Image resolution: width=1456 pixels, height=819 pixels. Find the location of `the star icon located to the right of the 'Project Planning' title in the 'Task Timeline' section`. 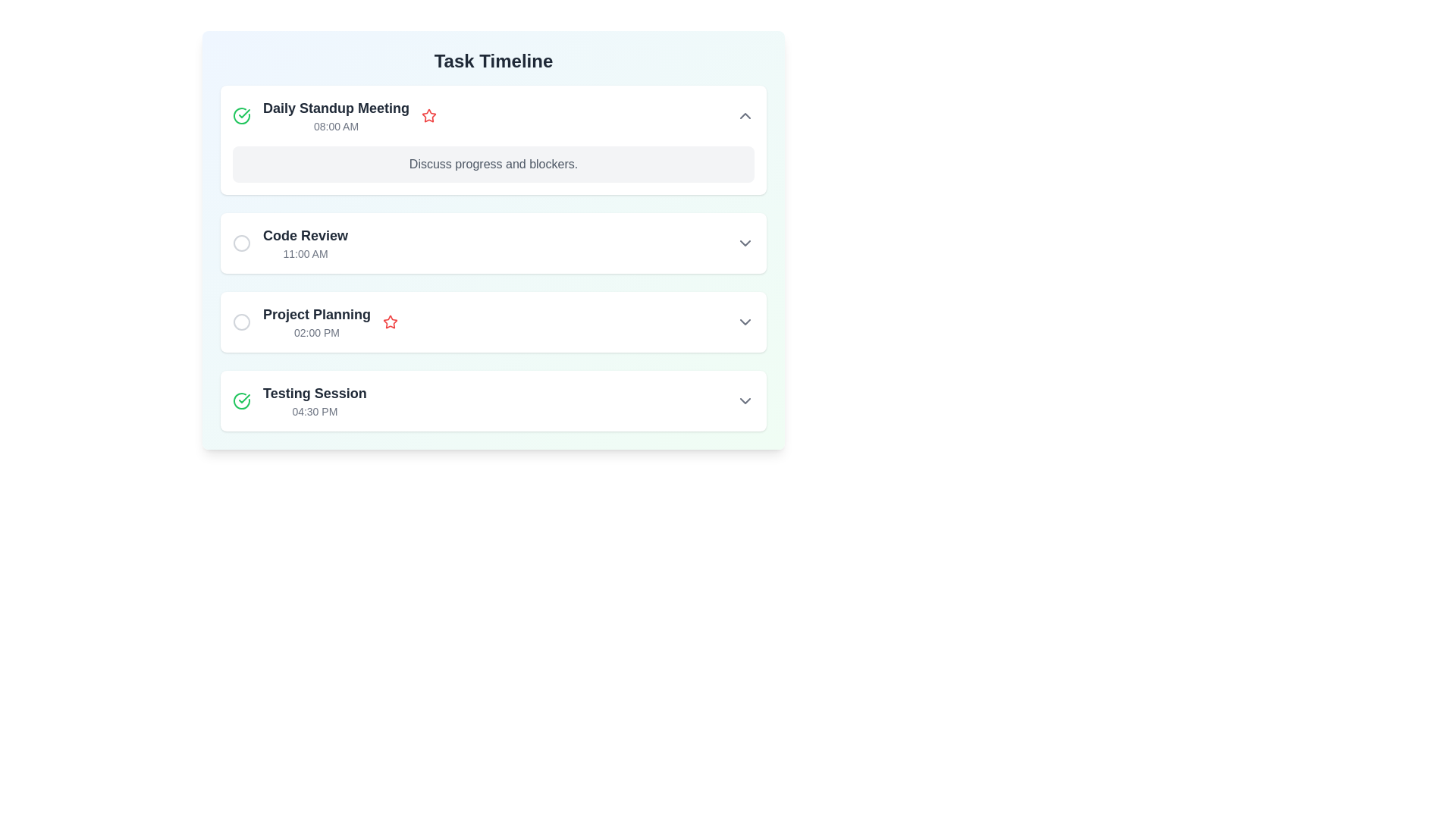

the star icon located to the right of the 'Project Planning' title in the 'Task Timeline' section is located at coordinates (390, 321).